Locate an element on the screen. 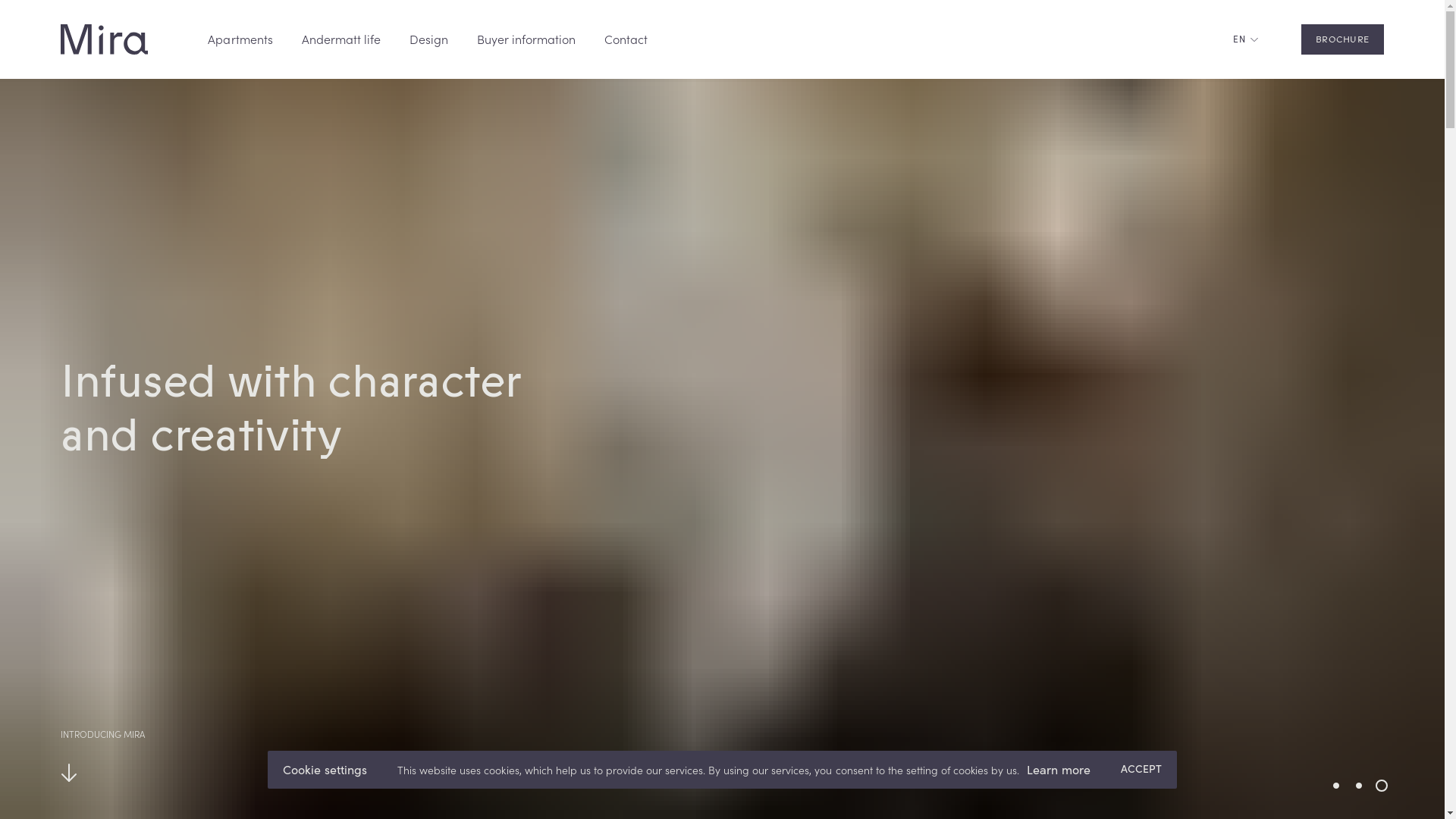 Image resolution: width=1456 pixels, height=819 pixels. 'Apartments' is located at coordinates (239, 38).